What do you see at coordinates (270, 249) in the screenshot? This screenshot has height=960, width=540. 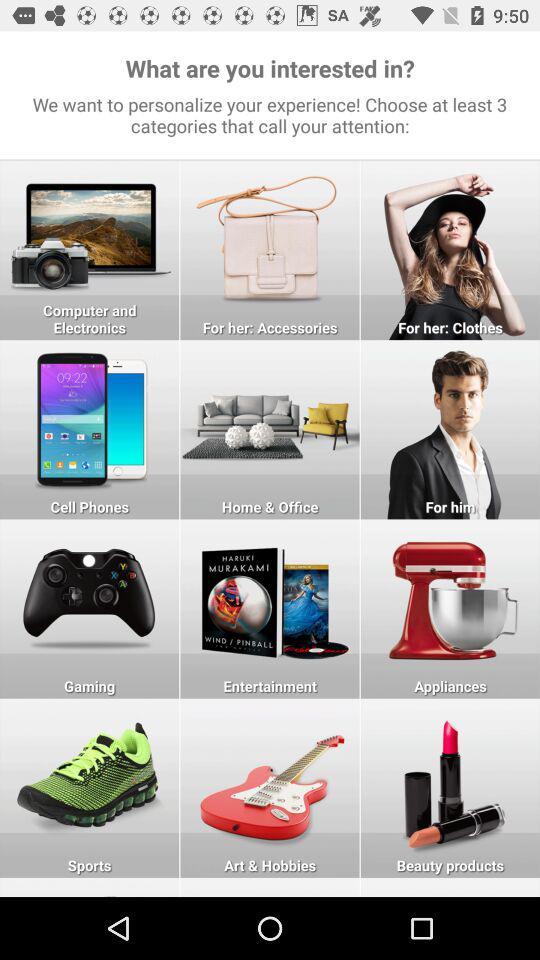 I see `for her accessories` at bounding box center [270, 249].